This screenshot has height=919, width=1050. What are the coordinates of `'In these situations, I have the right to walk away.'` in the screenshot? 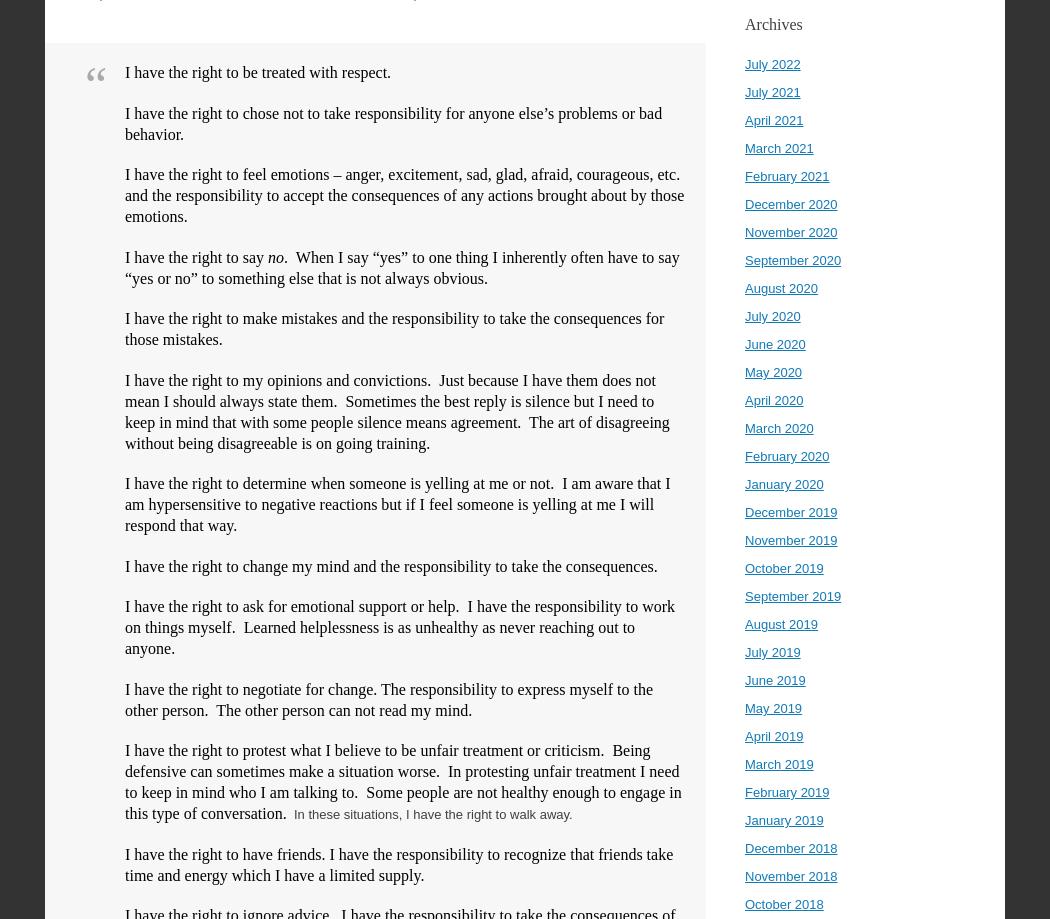 It's located at (428, 814).